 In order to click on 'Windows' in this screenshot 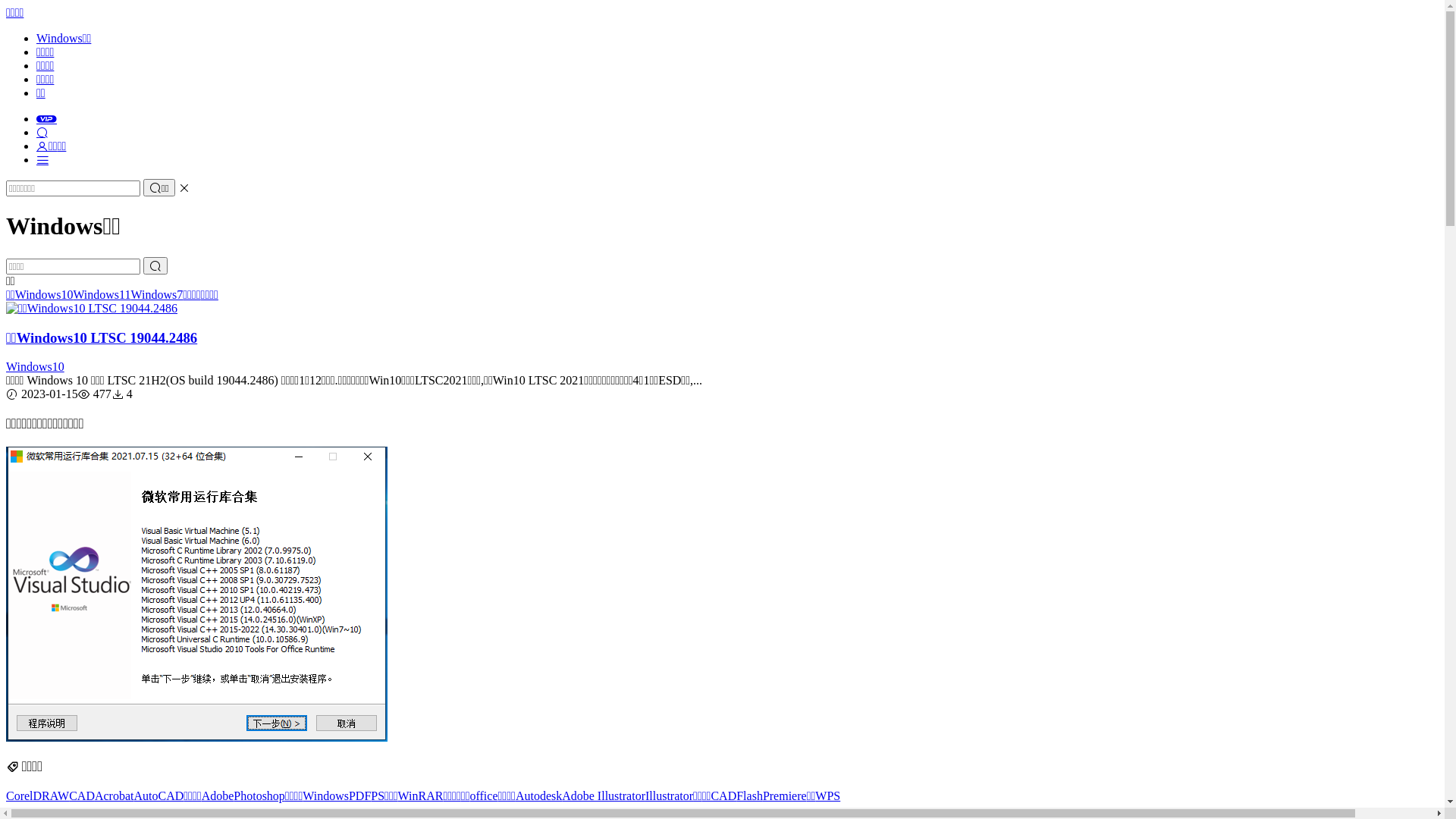, I will do `click(325, 795)`.